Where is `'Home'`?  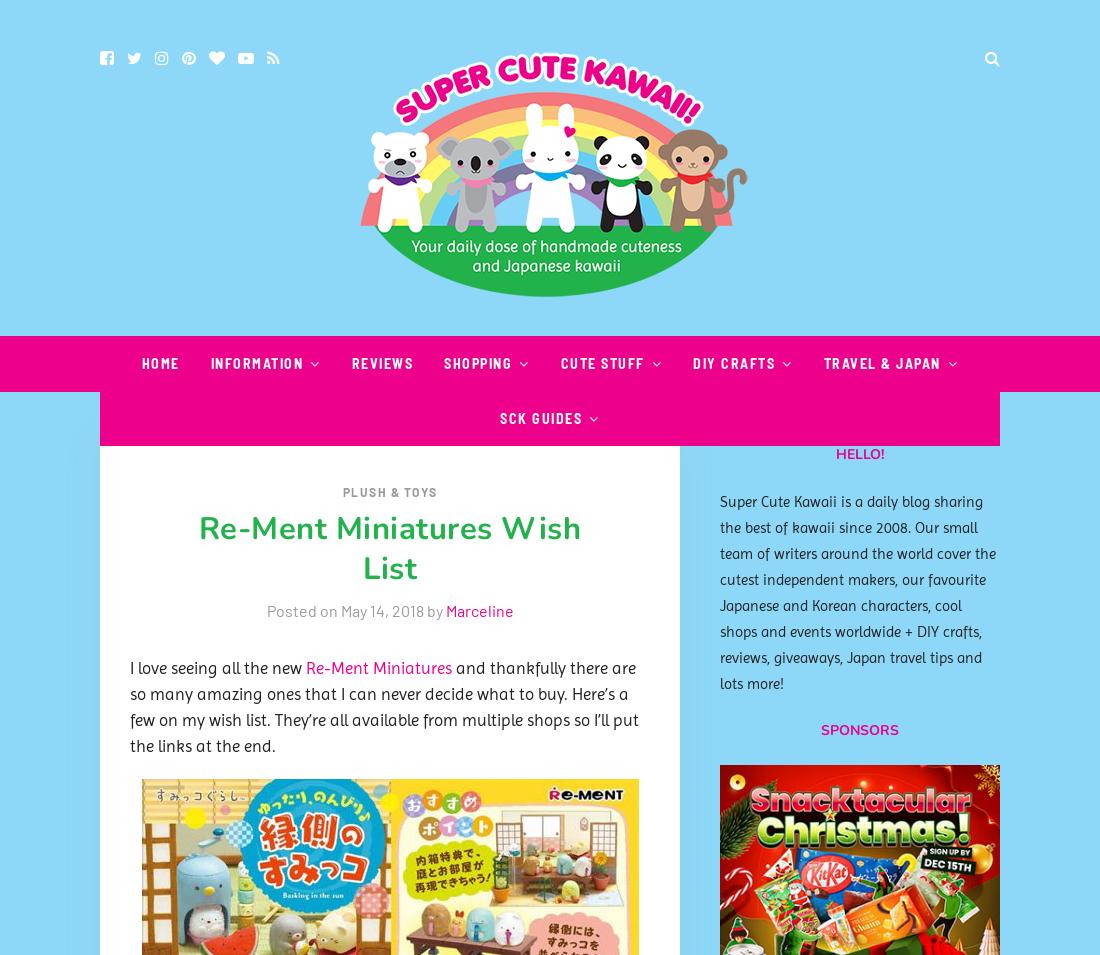
'Home' is located at coordinates (159, 362).